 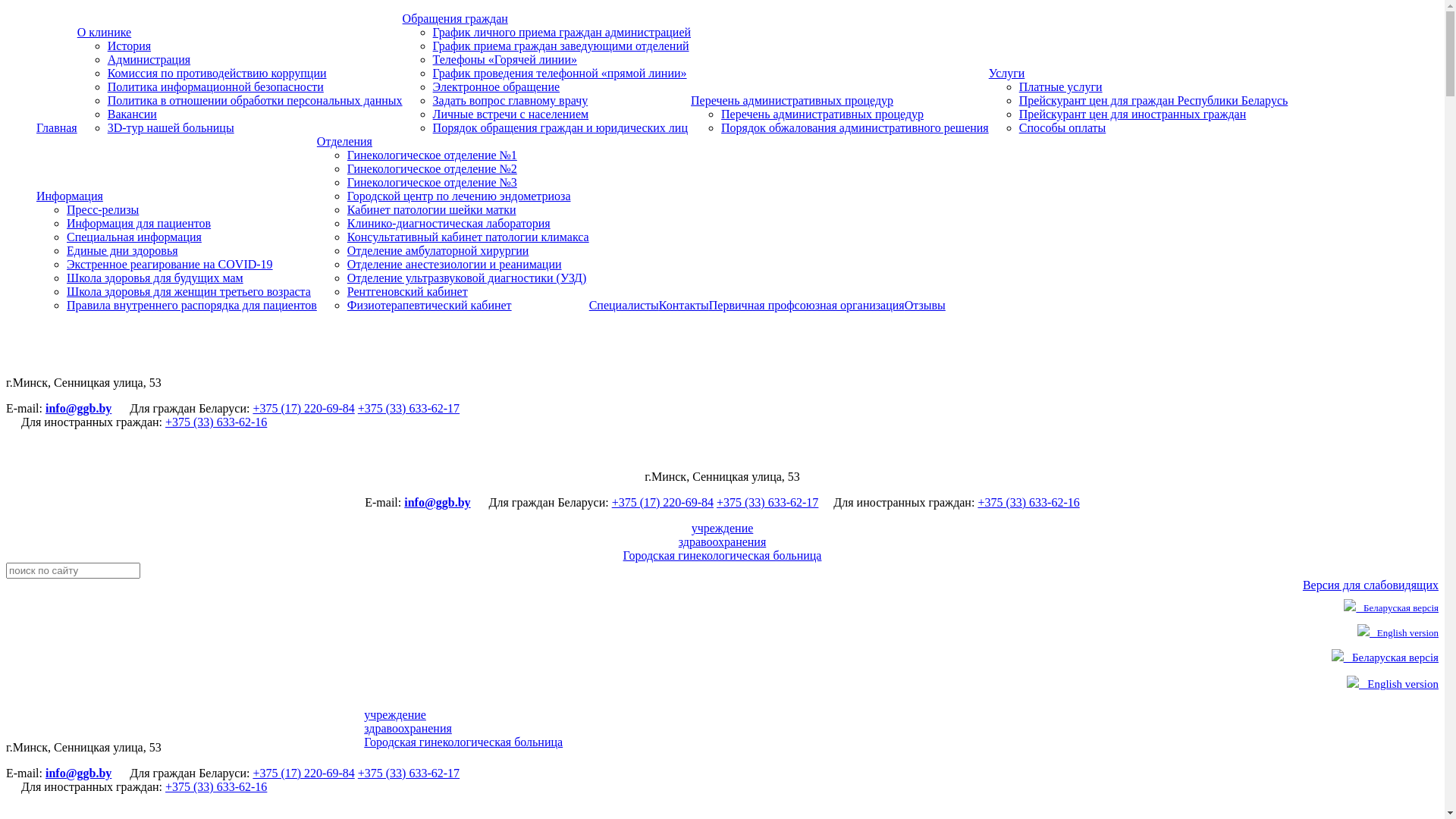 What do you see at coordinates (356, 407) in the screenshot?
I see `'+375 (33) 633-62-17'` at bounding box center [356, 407].